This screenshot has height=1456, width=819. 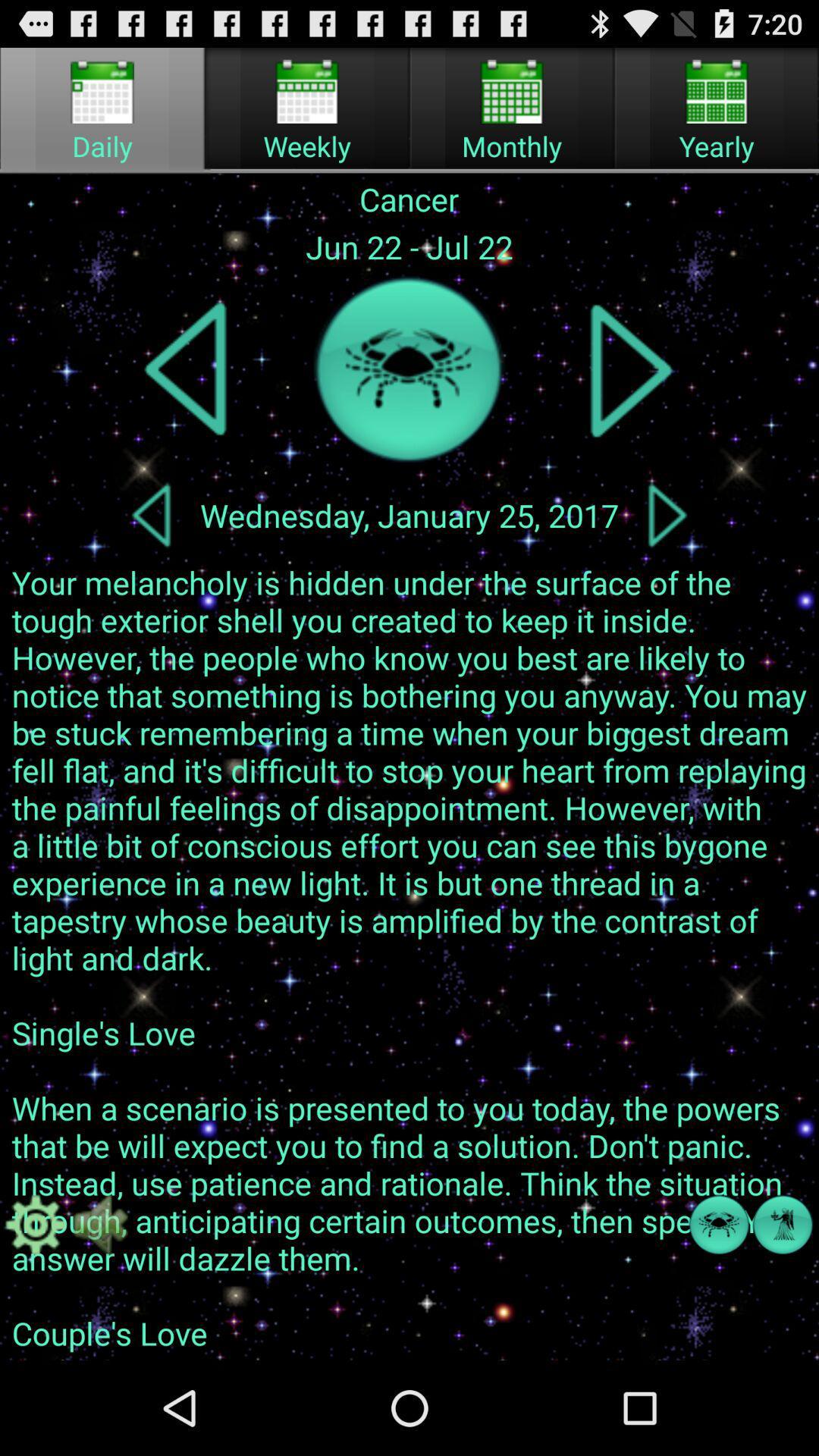 I want to click on next zodiac sign, so click(x=631, y=369).